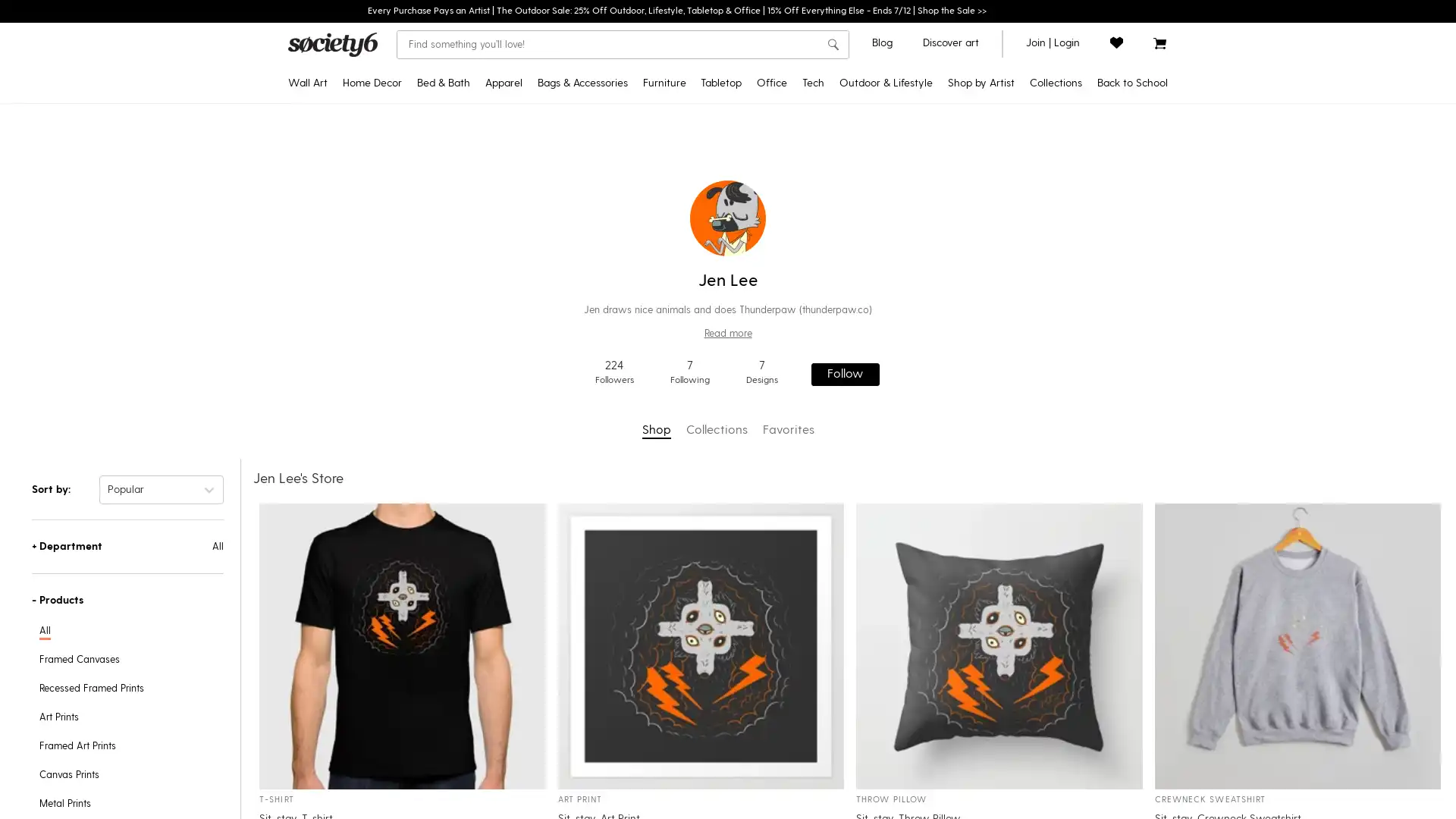  I want to click on Jigsaw Puzzles, so click(809, 195).